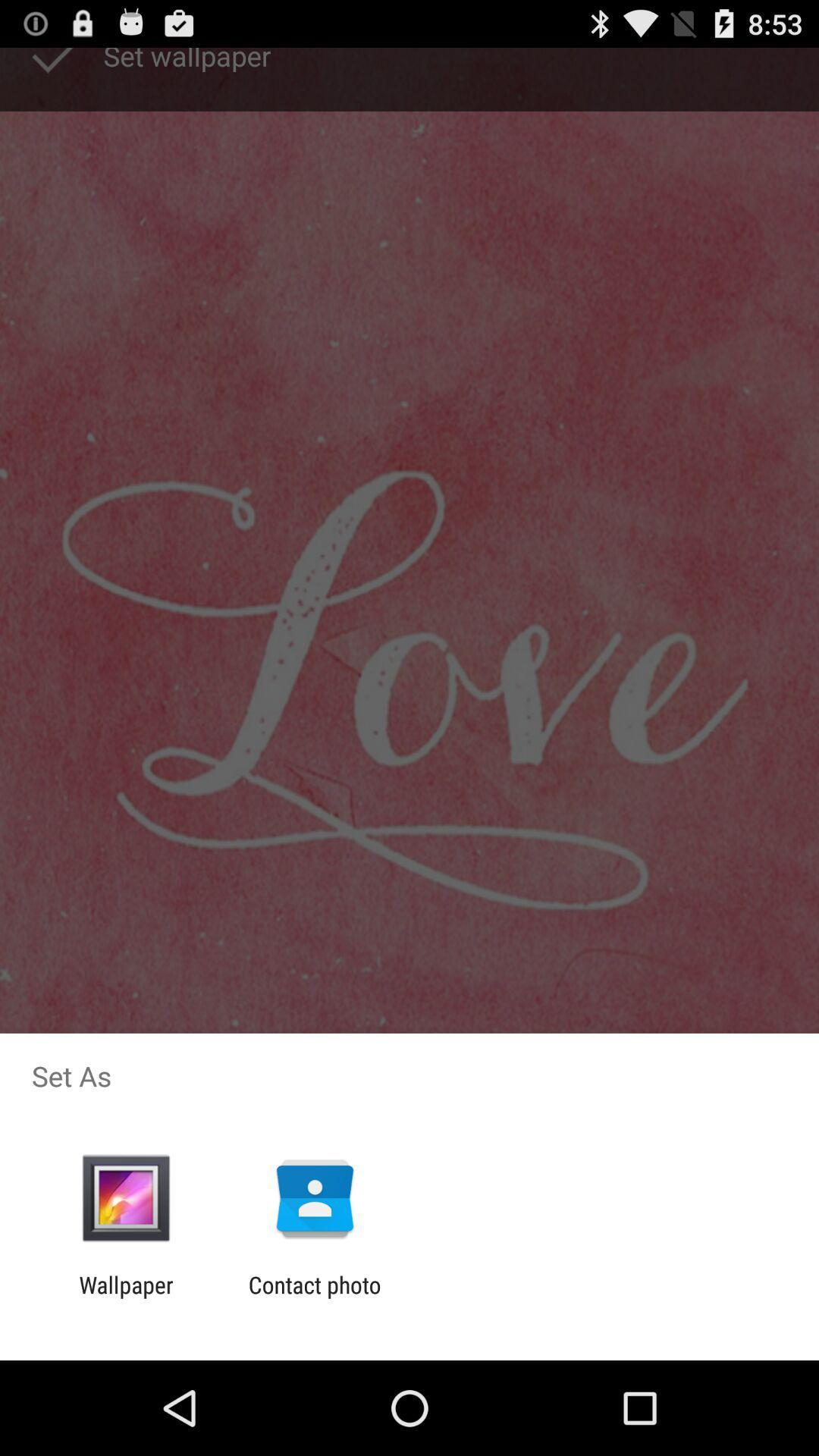 The width and height of the screenshot is (819, 1456). I want to click on the contact photo item, so click(314, 1298).